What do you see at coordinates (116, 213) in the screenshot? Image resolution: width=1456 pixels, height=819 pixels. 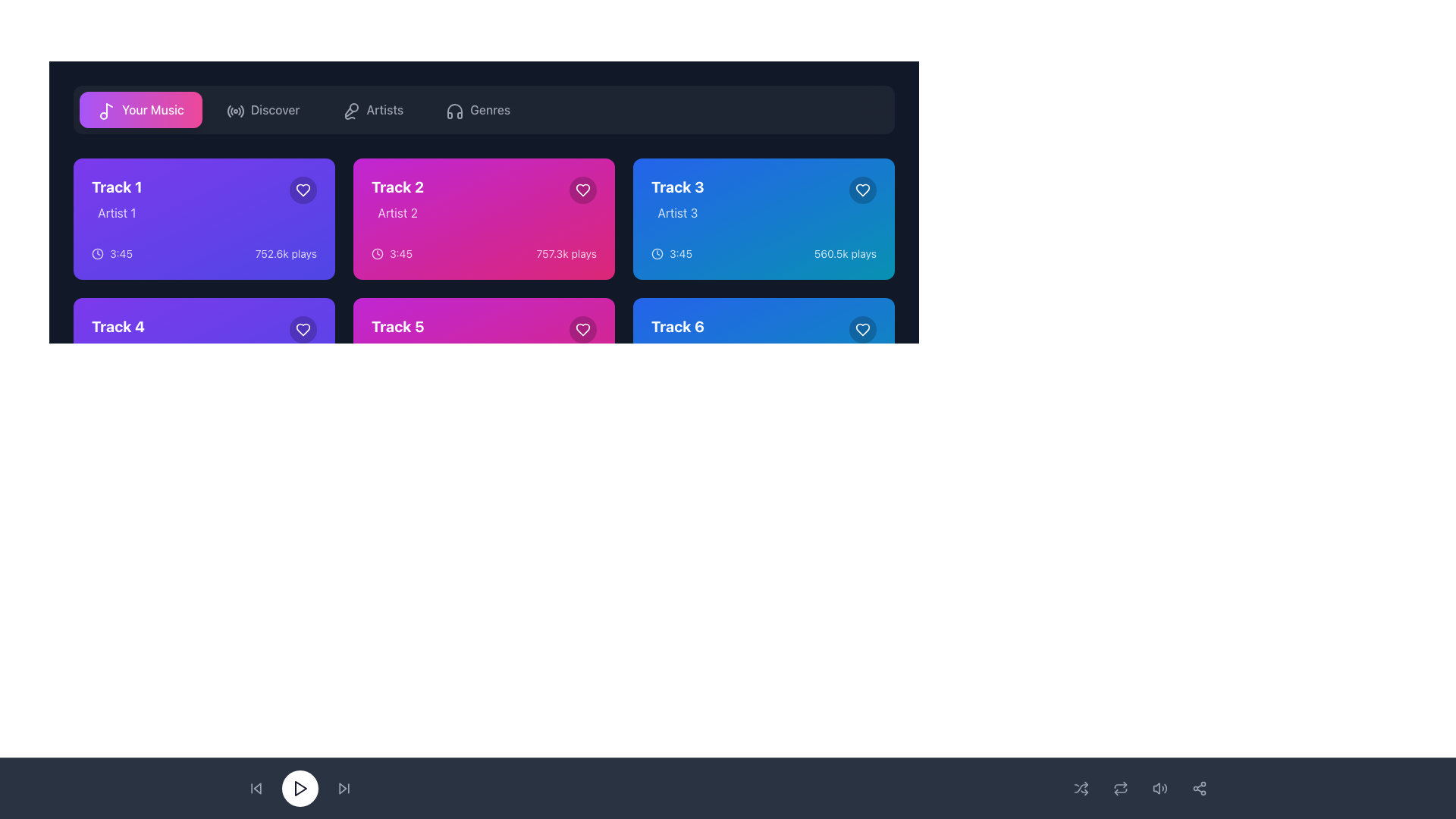 I see `the text label reading 'Artist 1' which is displayed in white color with reduced opacity, located centrally within the purple card labeled 'Track 1', beneath the title text 'Track 1'` at bounding box center [116, 213].